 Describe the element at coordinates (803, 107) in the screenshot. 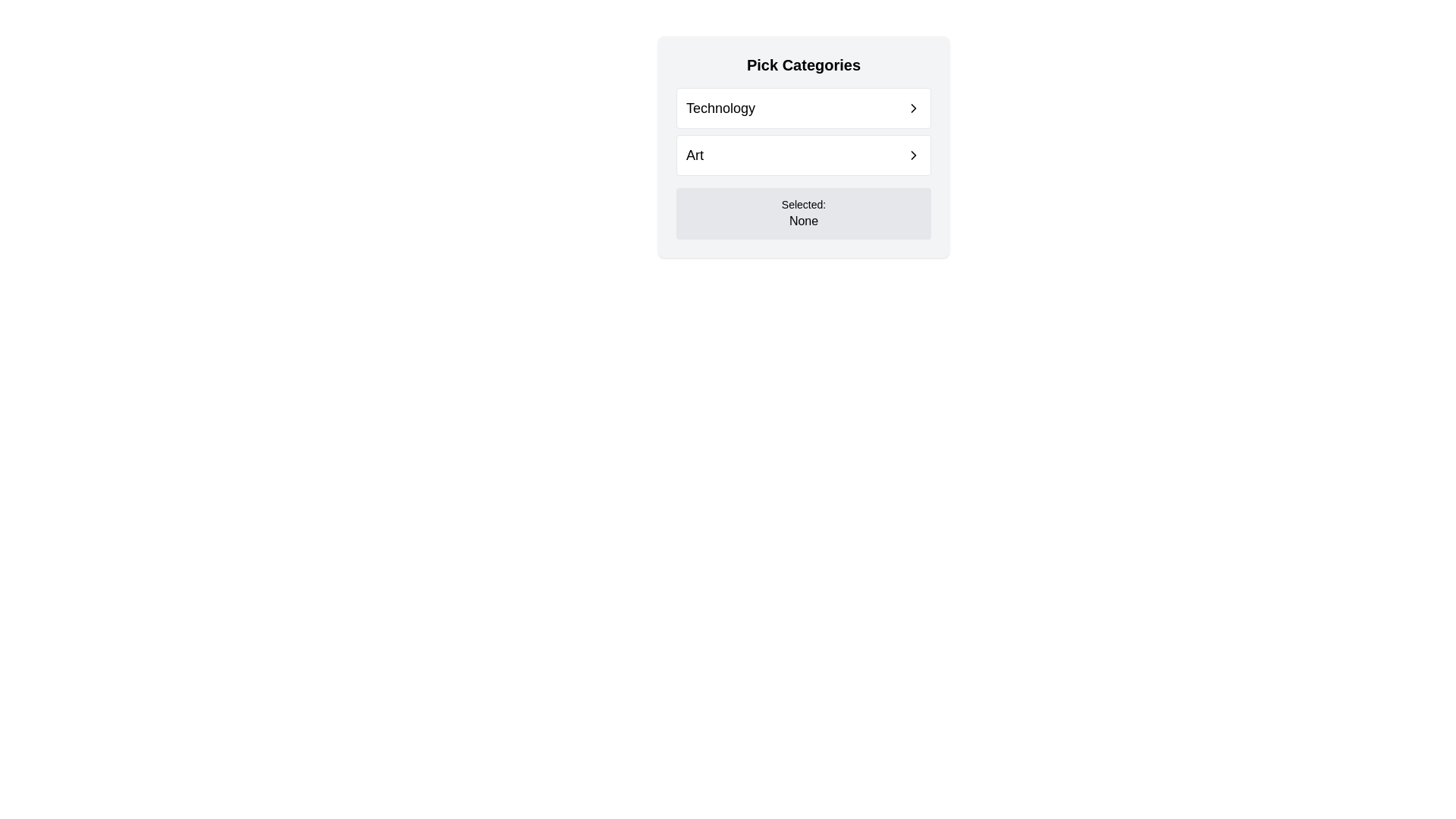

I see `the first selectable item labeled 'Technology' in the list` at that location.